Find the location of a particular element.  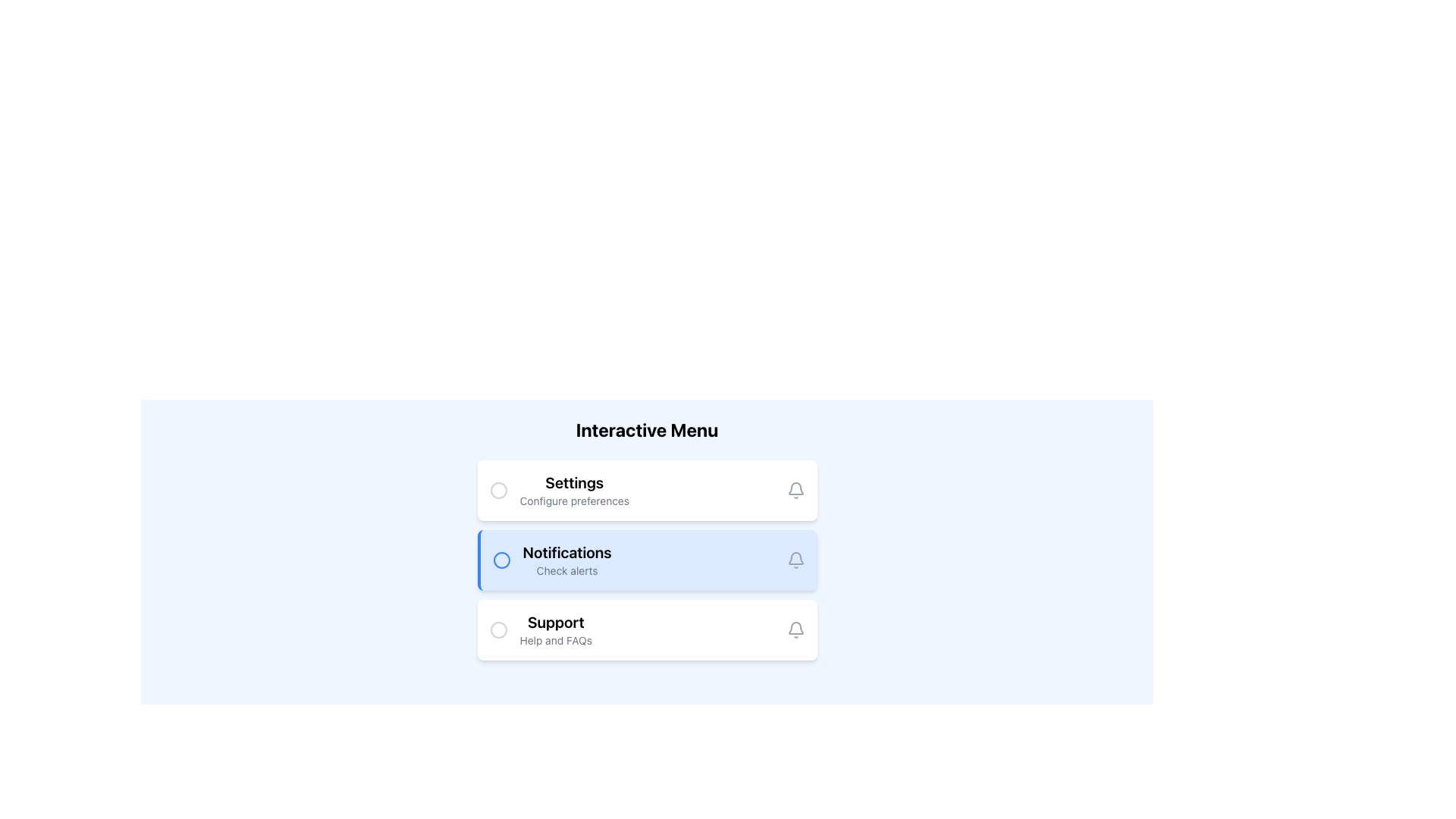

the circular SVG element with a radius of 10 units, located near the center of the 'Settings' menu item in the user interface is located at coordinates (498, 491).